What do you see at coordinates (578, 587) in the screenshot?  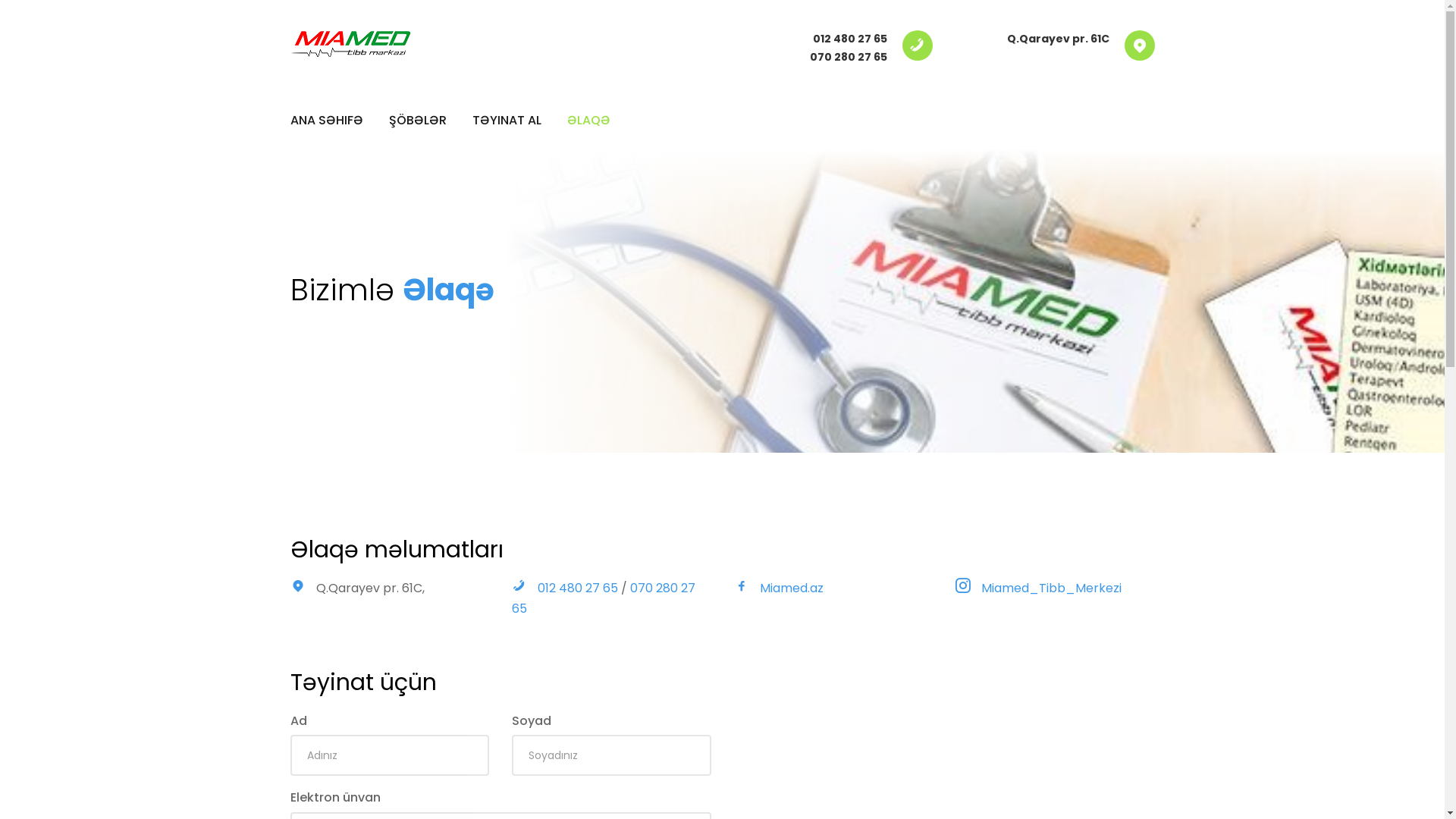 I see `'012 480 27 65'` at bounding box center [578, 587].